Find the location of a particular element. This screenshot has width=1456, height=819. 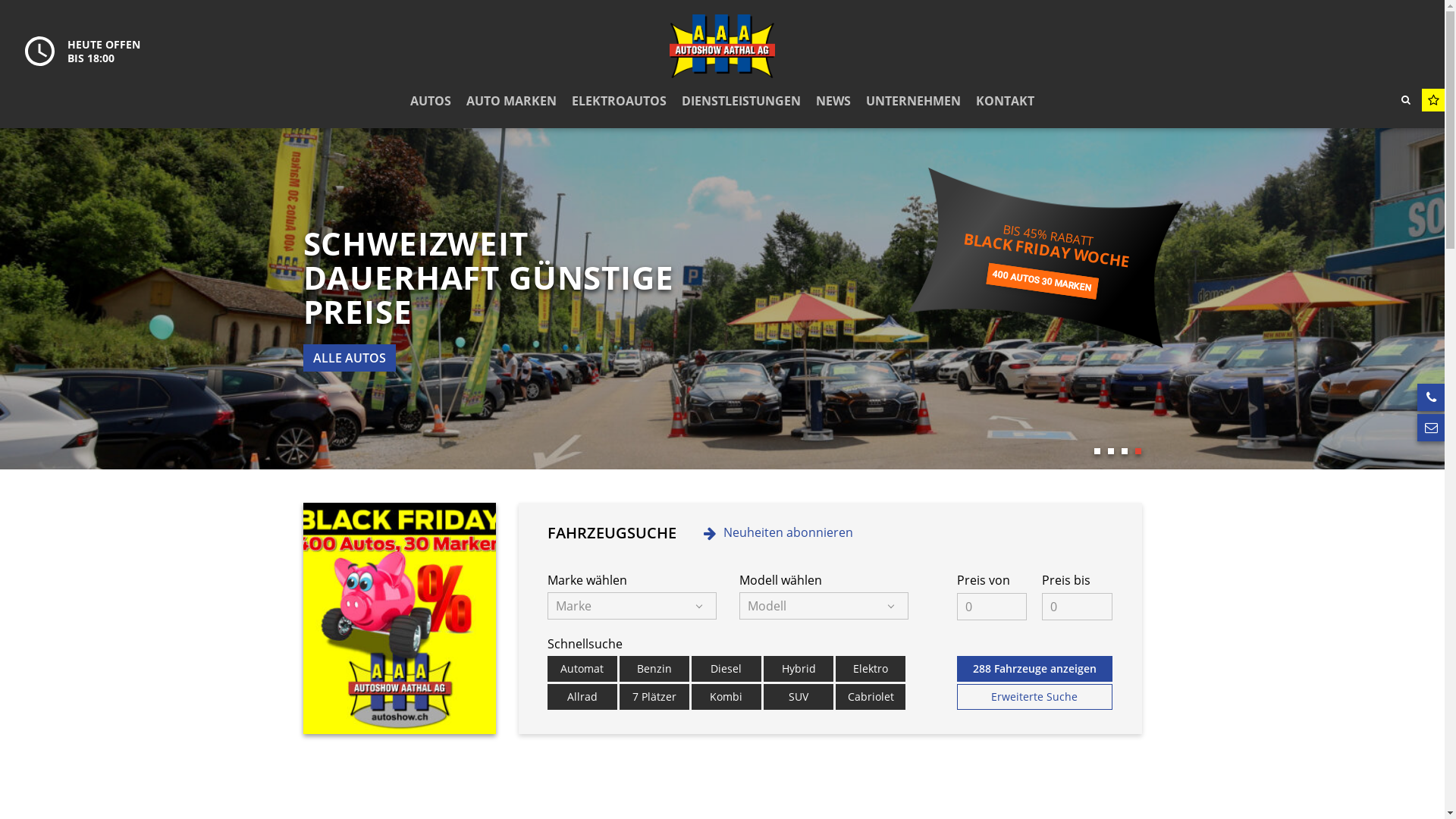

'Autoshow Aathal' is located at coordinates (669, 45).